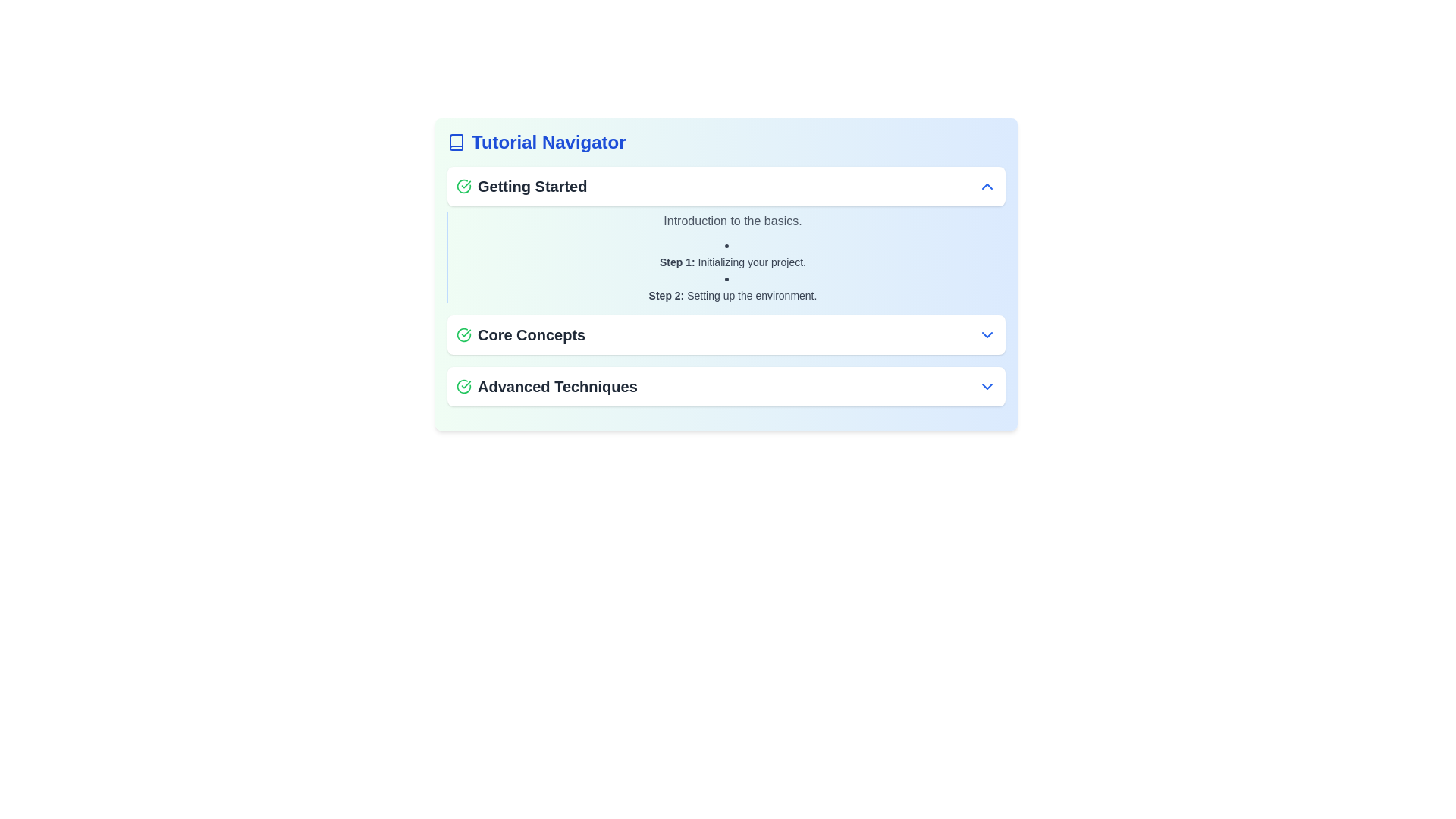 Image resolution: width=1456 pixels, height=819 pixels. I want to click on the text label displaying 'Step 1: Initializing your project.' to emphasize it as part of the instructional list, so click(733, 253).